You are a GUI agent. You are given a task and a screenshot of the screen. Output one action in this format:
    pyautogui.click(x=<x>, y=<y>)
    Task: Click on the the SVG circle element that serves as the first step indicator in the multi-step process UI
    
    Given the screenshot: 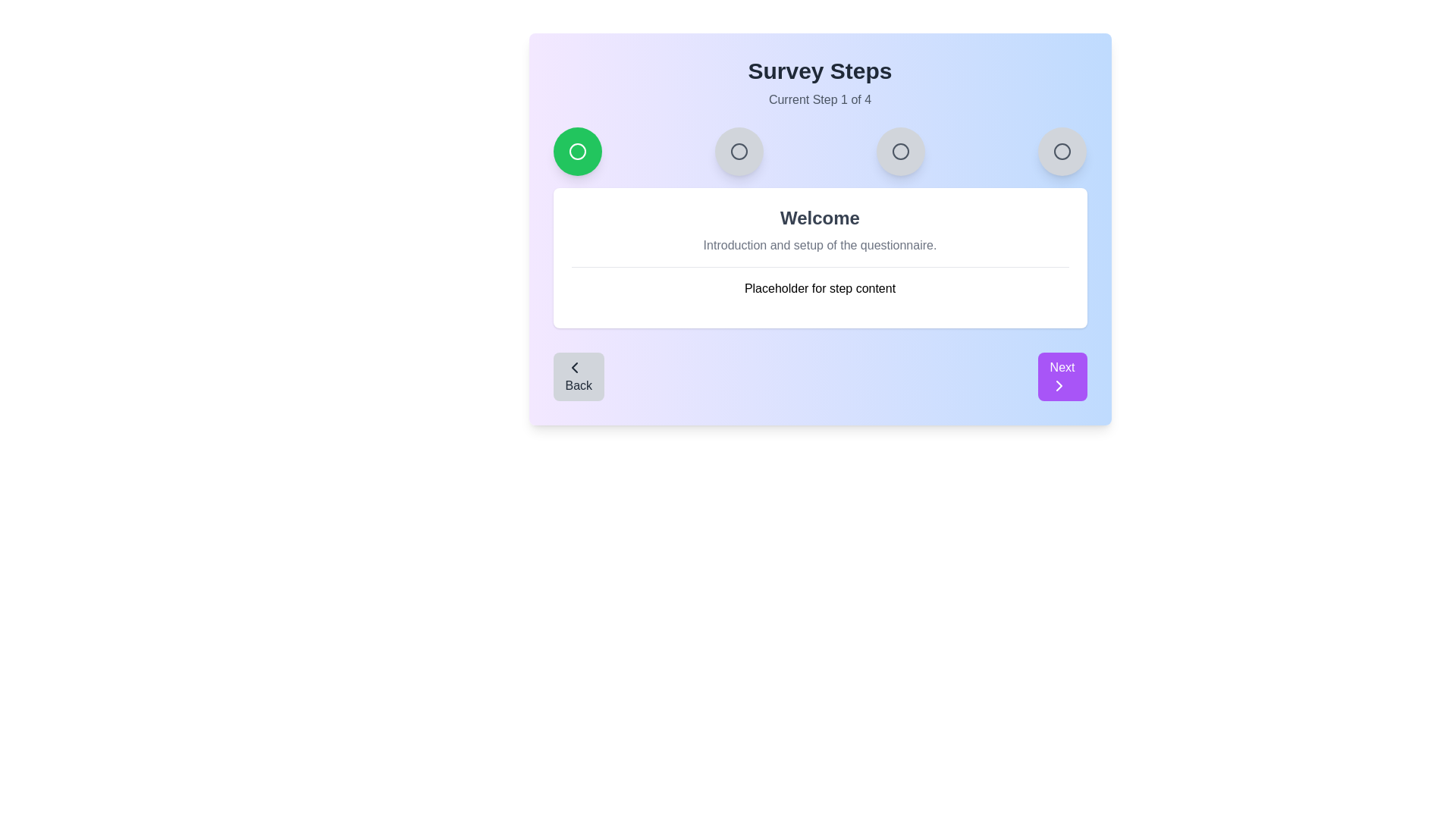 What is the action you would take?
    pyautogui.click(x=576, y=152)
    